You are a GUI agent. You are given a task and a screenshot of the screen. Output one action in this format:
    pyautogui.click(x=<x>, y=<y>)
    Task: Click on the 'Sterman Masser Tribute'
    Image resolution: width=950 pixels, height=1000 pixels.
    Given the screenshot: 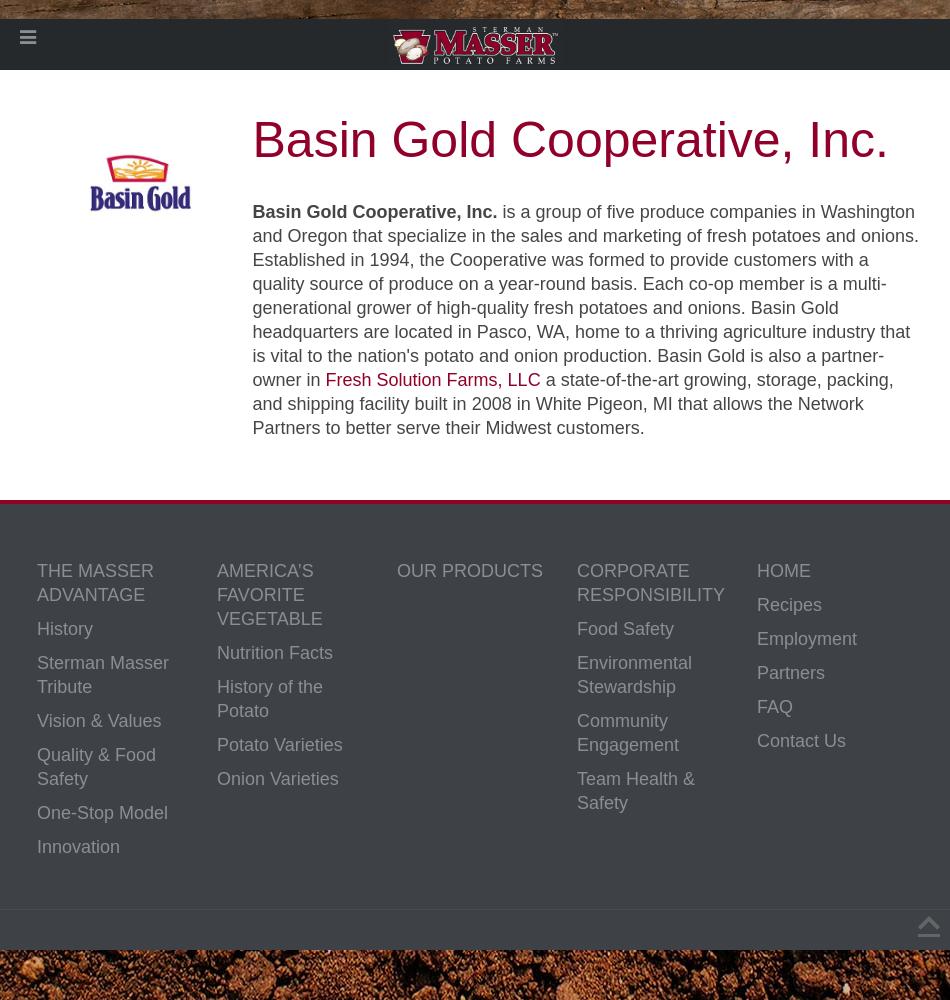 What is the action you would take?
    pyautogui.click(x=102, y=675)
    